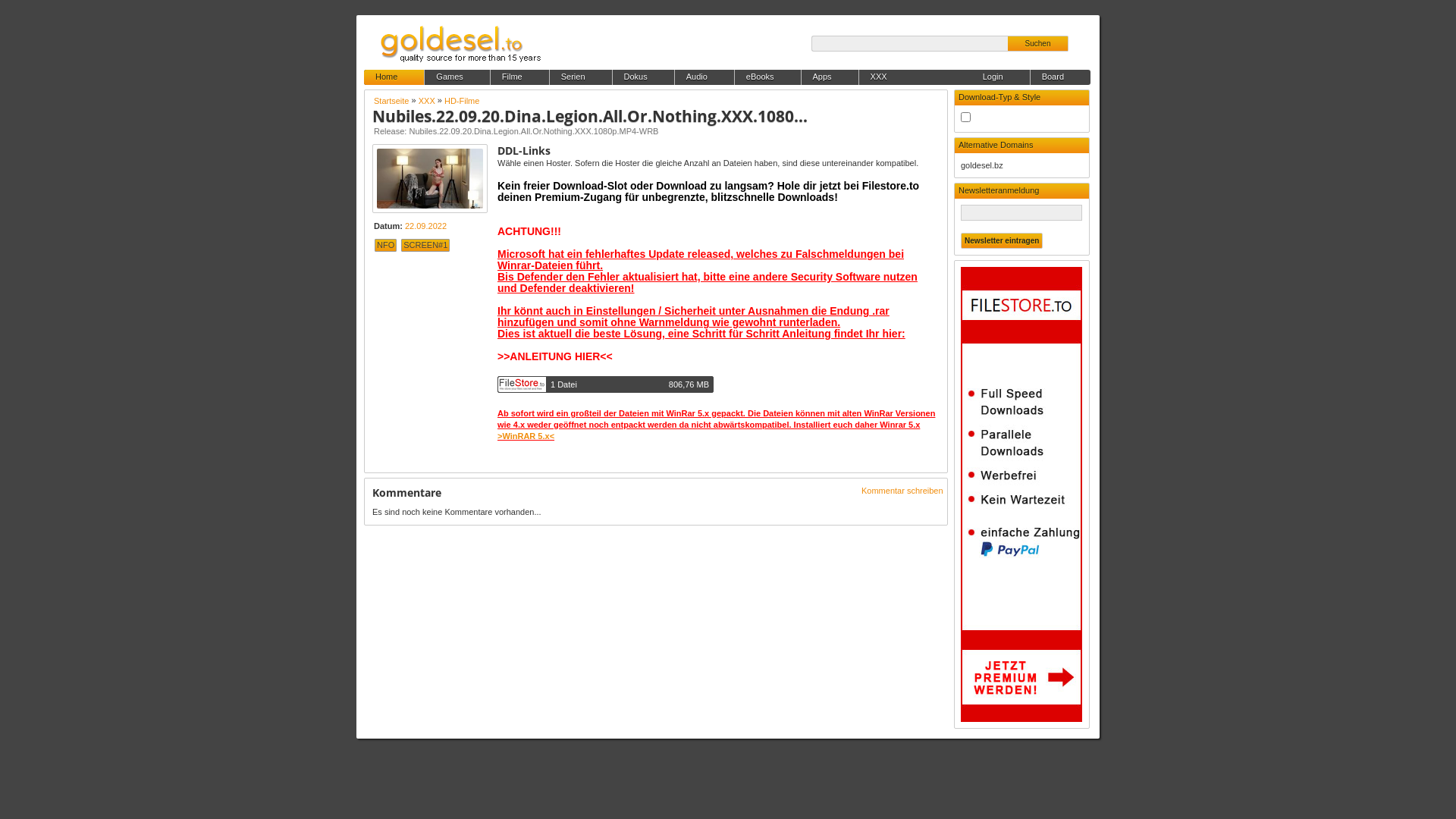 The image size is (1456, 819). Describe the element at coordinates (902, 491) in the screenshot. I see `'Kommentar schreiben'` at that location.